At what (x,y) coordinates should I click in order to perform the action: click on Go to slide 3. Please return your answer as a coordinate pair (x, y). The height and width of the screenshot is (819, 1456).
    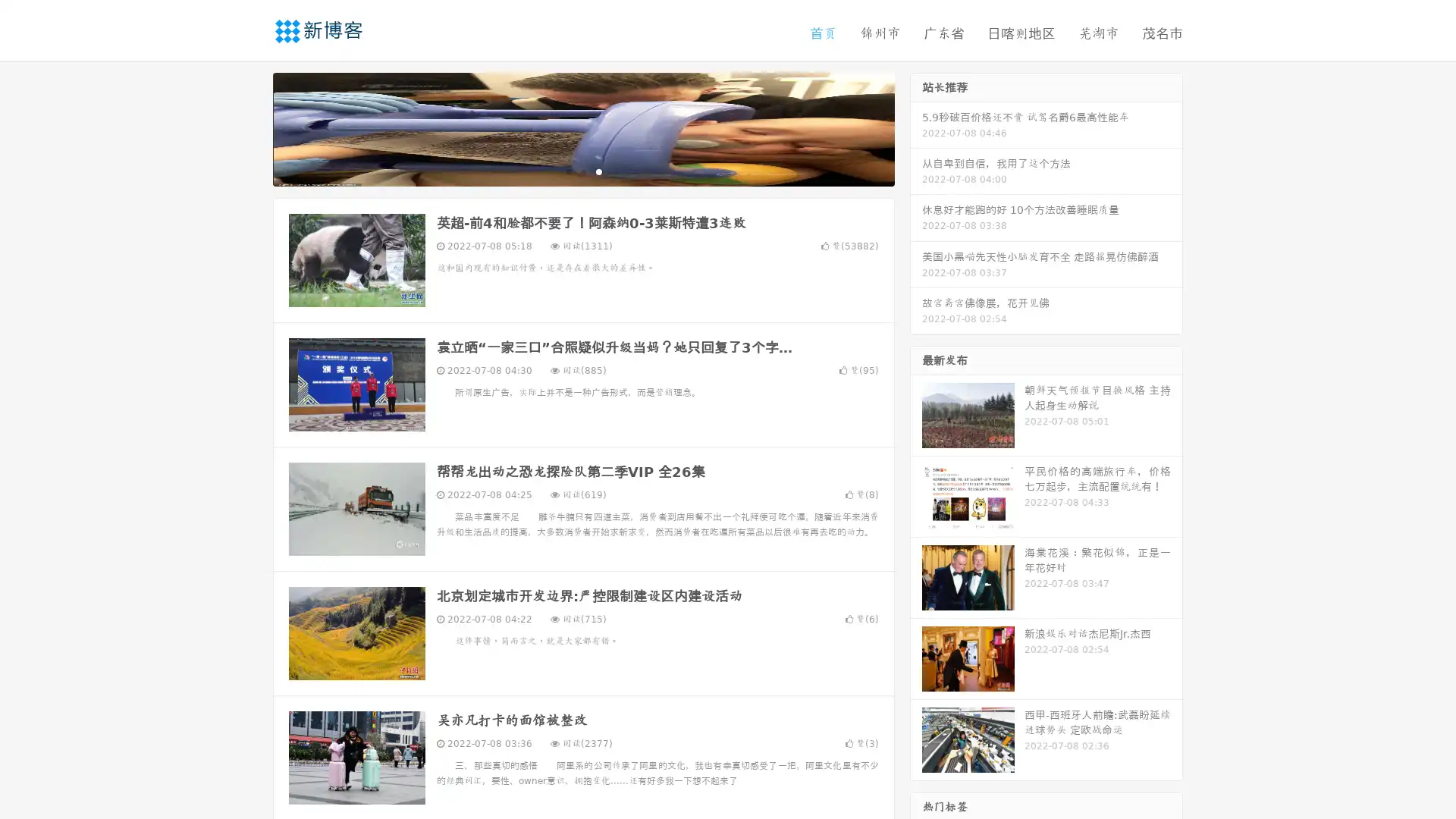
    Looking at the image, I should click on (598, 171).